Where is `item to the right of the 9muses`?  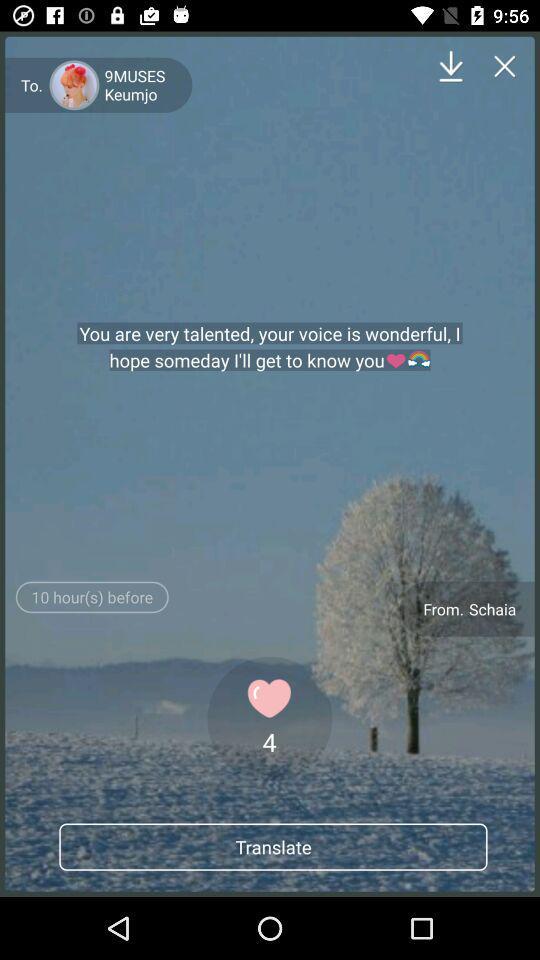
item to the right of the 9muses is located at coordinates (451, 66).